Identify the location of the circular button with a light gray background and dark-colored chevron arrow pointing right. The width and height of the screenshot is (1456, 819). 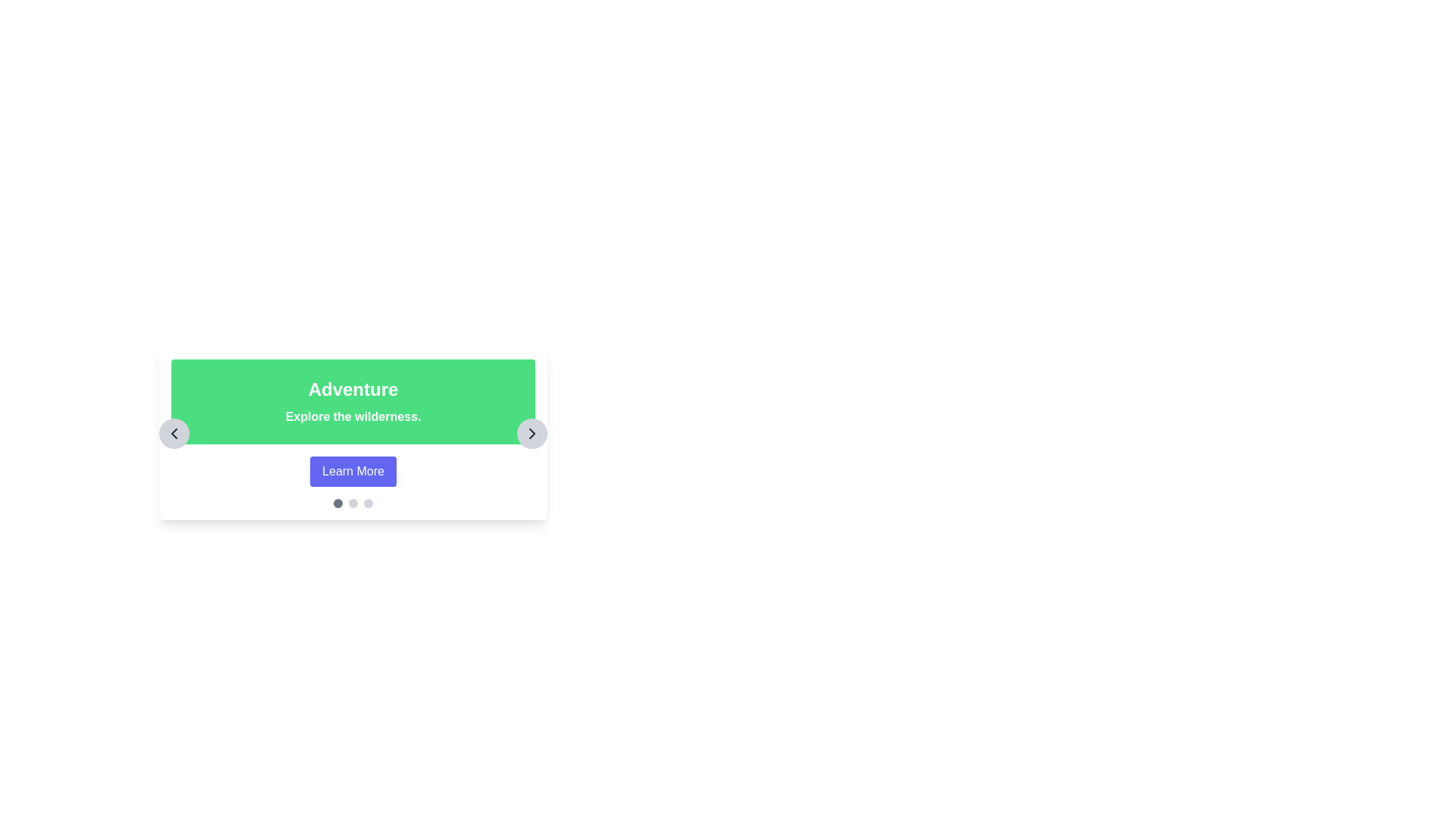
(532, 433).